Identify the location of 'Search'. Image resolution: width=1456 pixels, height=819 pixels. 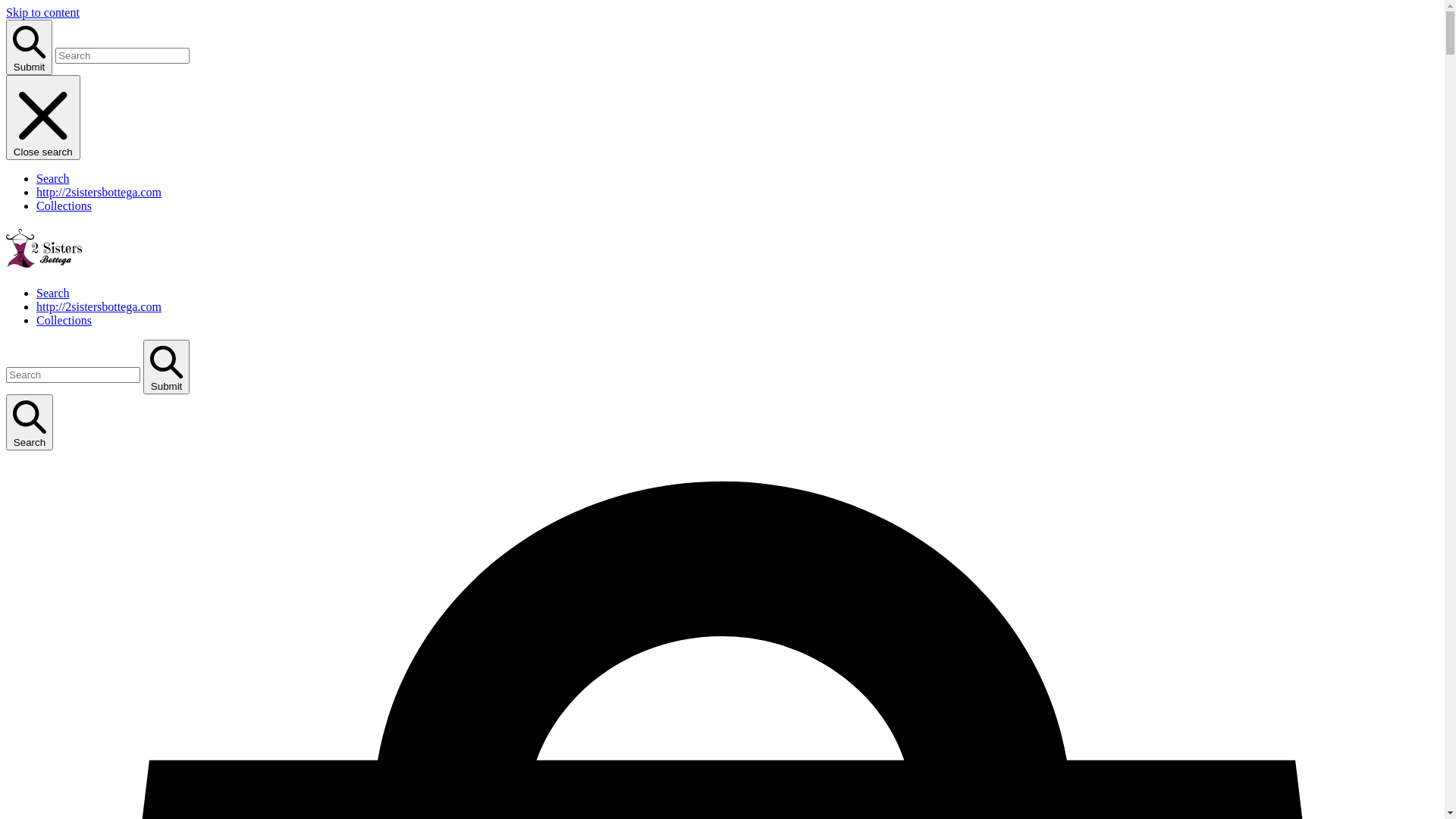
(53, 177).